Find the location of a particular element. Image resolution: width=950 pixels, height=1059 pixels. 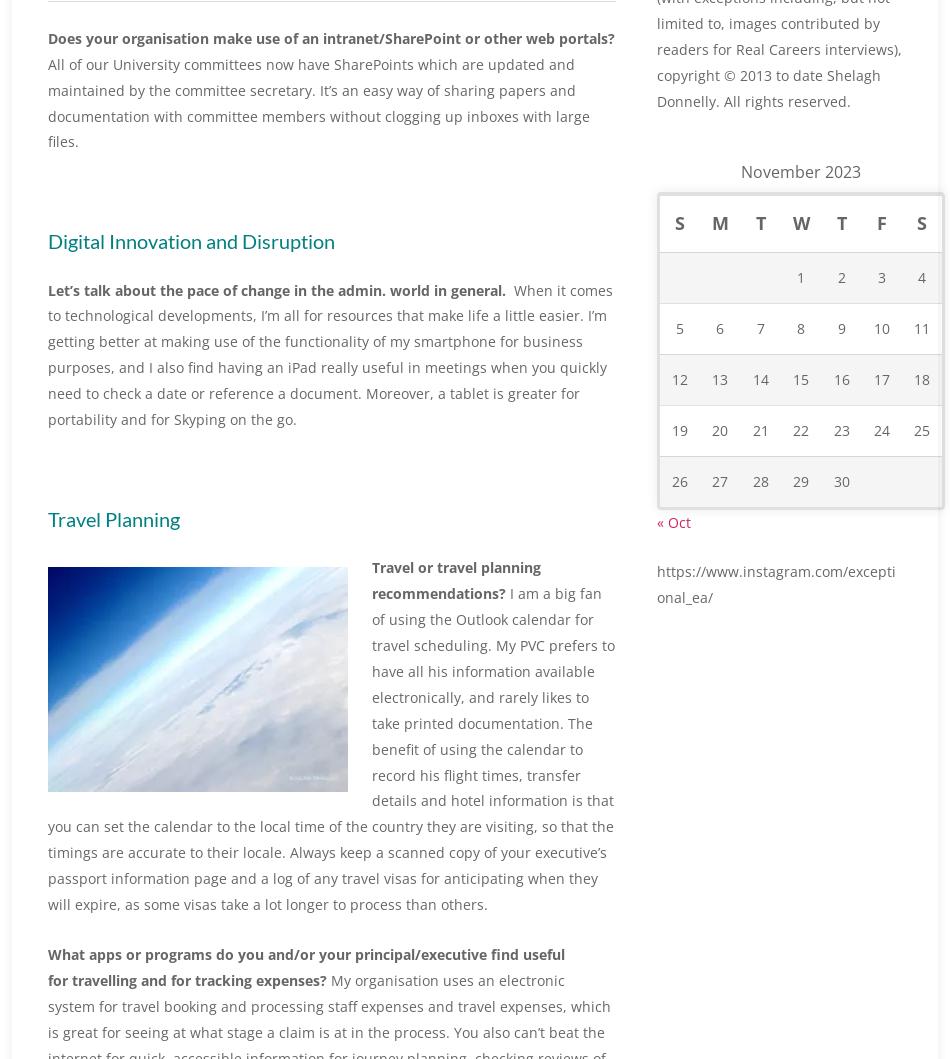

'Travel Planning' is located at coordinates (47, 517).